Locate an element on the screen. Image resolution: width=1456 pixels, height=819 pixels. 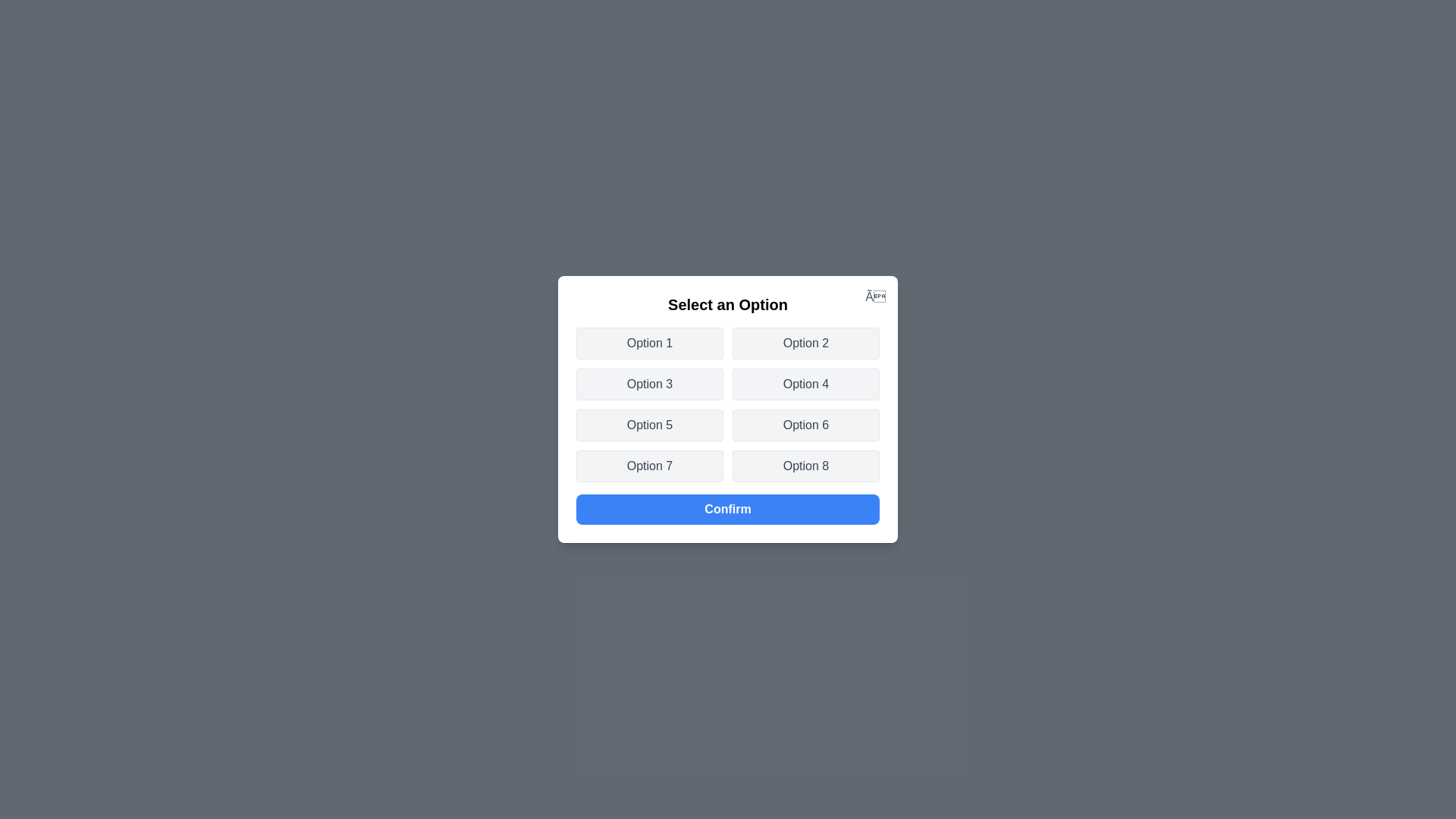
the close button to close the dialog is located at coordinates (875, 297).